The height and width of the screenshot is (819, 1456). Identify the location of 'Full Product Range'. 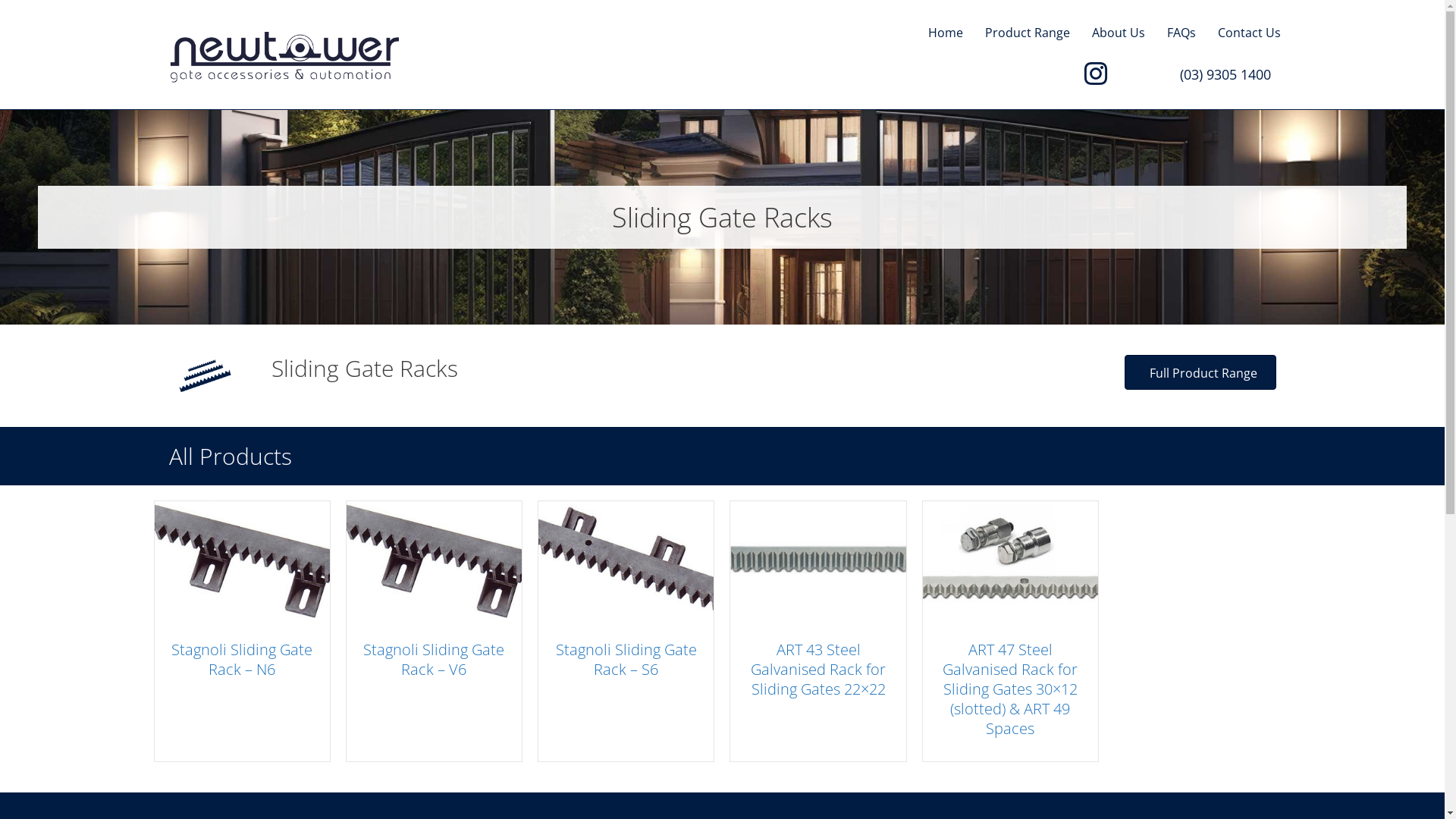
(1124, 372).